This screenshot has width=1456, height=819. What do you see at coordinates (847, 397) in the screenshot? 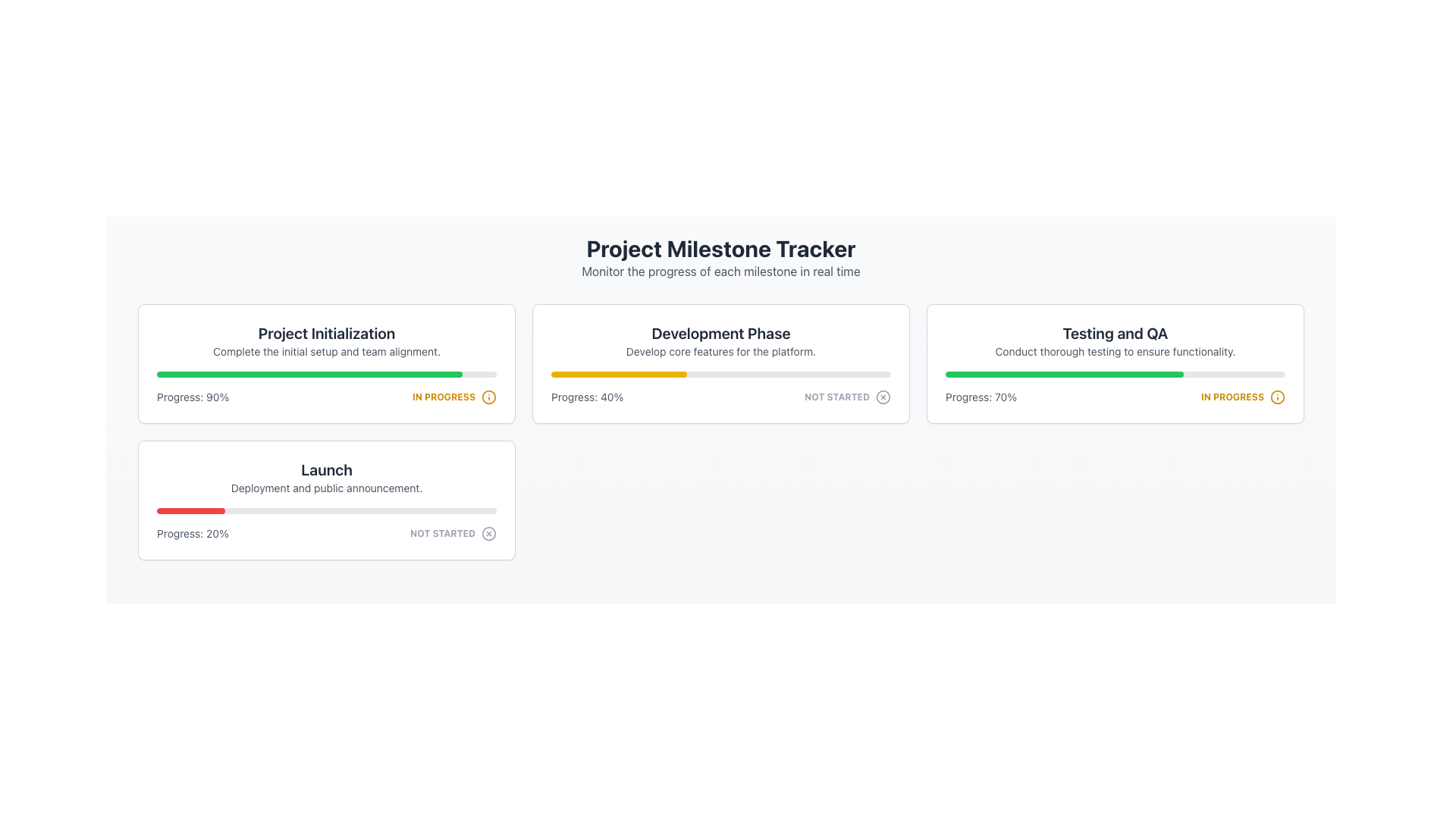
I see `the Status indicator or badge located in the bottom-right section of the 'Development Phase' card, which indicates that the phase has not yet commenced` at bounding box center [847, 397].